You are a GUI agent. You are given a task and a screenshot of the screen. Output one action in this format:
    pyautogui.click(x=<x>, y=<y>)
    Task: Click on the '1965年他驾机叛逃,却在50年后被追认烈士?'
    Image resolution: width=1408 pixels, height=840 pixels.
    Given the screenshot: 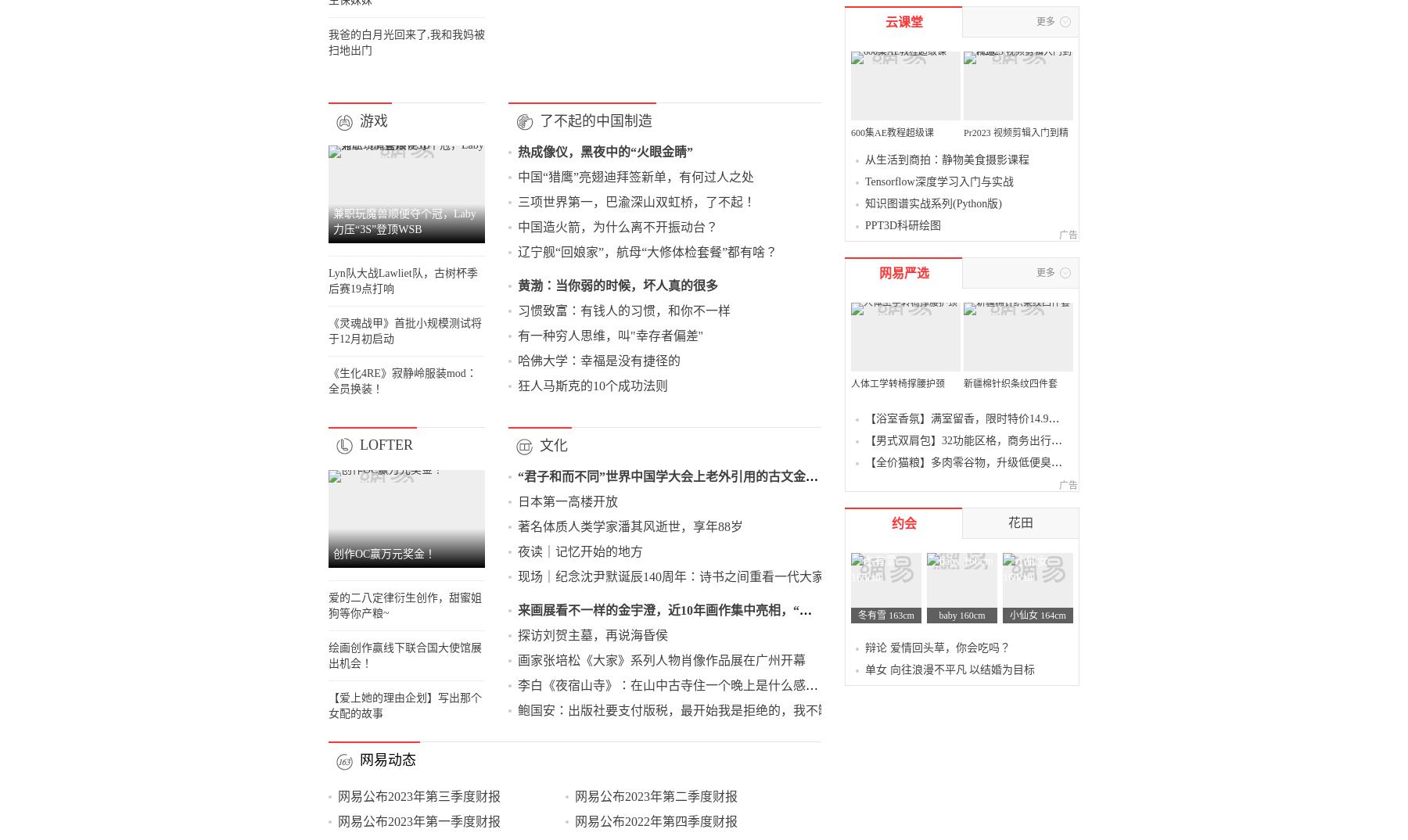 What is the action you would take?
    pyautogui.click(x=375, y=392)
    